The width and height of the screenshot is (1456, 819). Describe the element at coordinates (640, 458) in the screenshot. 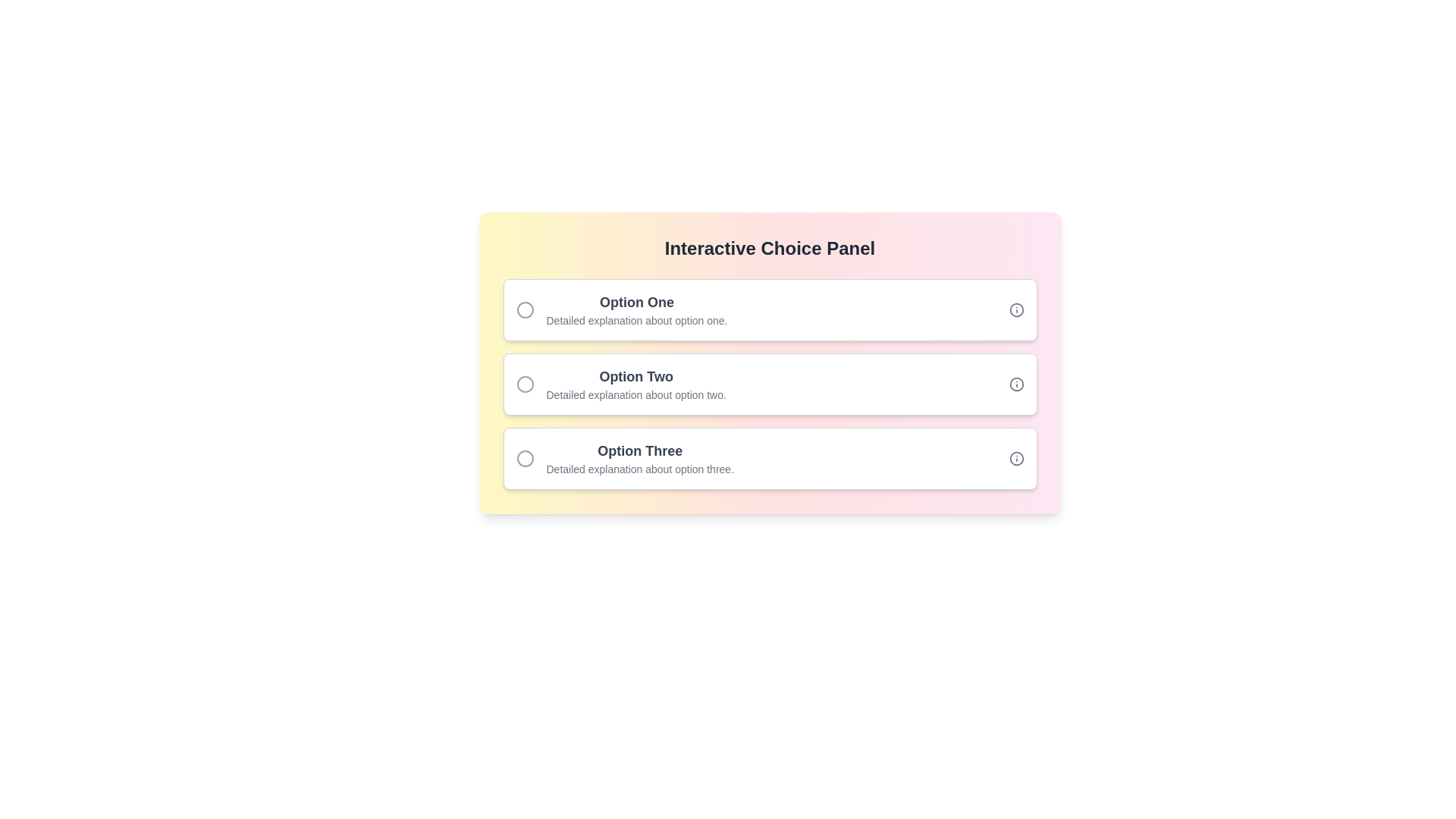

I see `the text block that contains the header 'Option Three' and the description 'Detailed explanation about option three.' located in the third position of the vertically stacked selection group` at that location.